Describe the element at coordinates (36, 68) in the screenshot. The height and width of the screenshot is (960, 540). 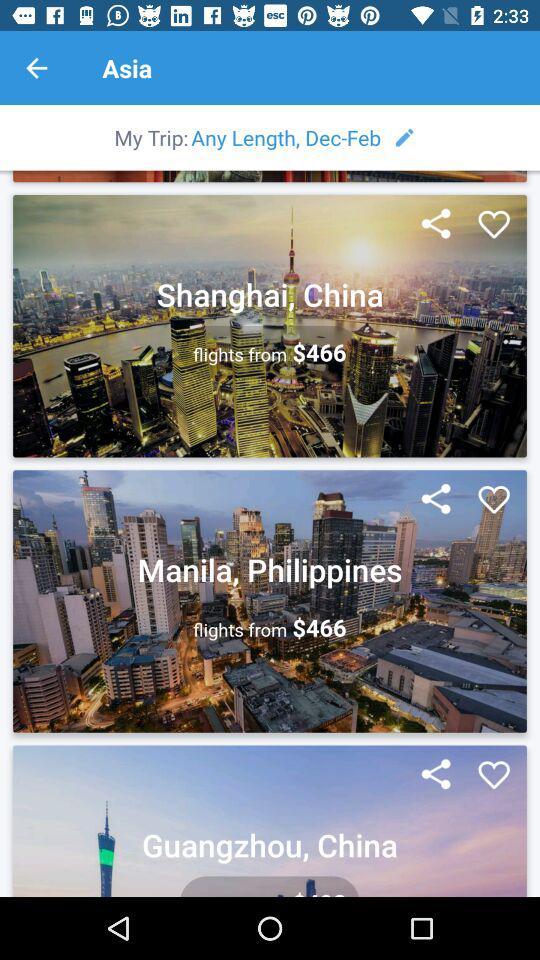
I see `go back` at that location.